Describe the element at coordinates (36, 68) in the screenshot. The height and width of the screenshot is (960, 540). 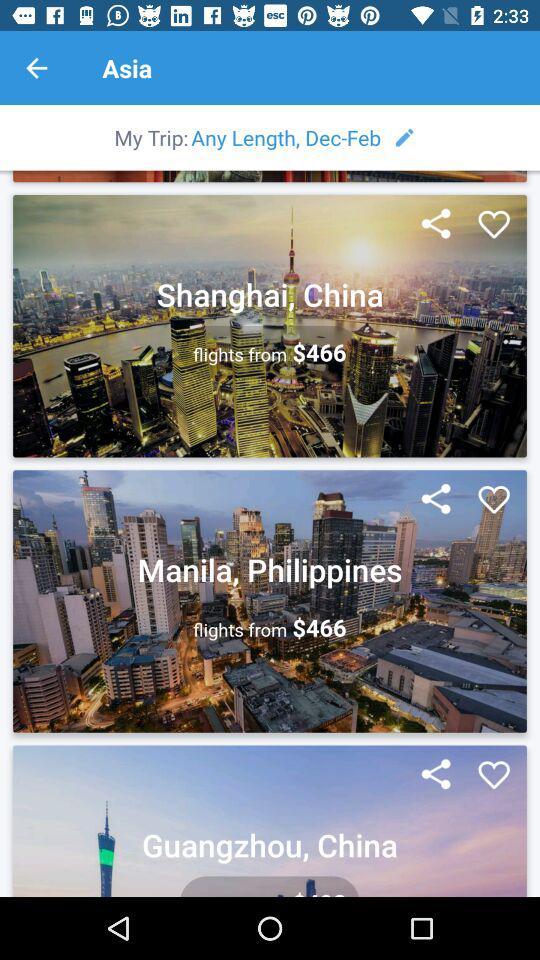
I see `go back` at that location.